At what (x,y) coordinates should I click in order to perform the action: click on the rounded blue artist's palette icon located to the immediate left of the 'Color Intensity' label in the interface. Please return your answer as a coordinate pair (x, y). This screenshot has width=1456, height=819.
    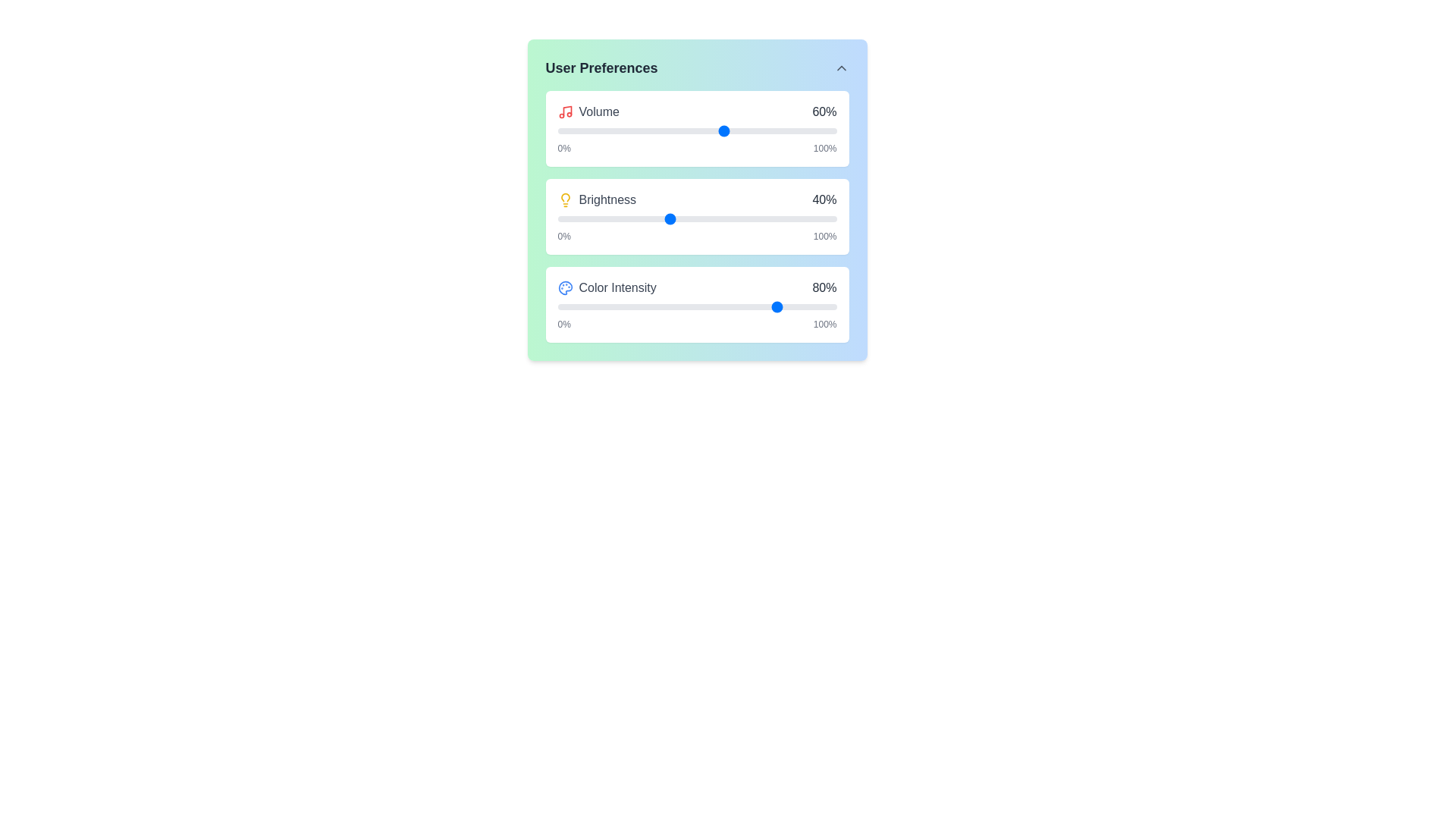
    Looking at the image, I should click on (564, 288).